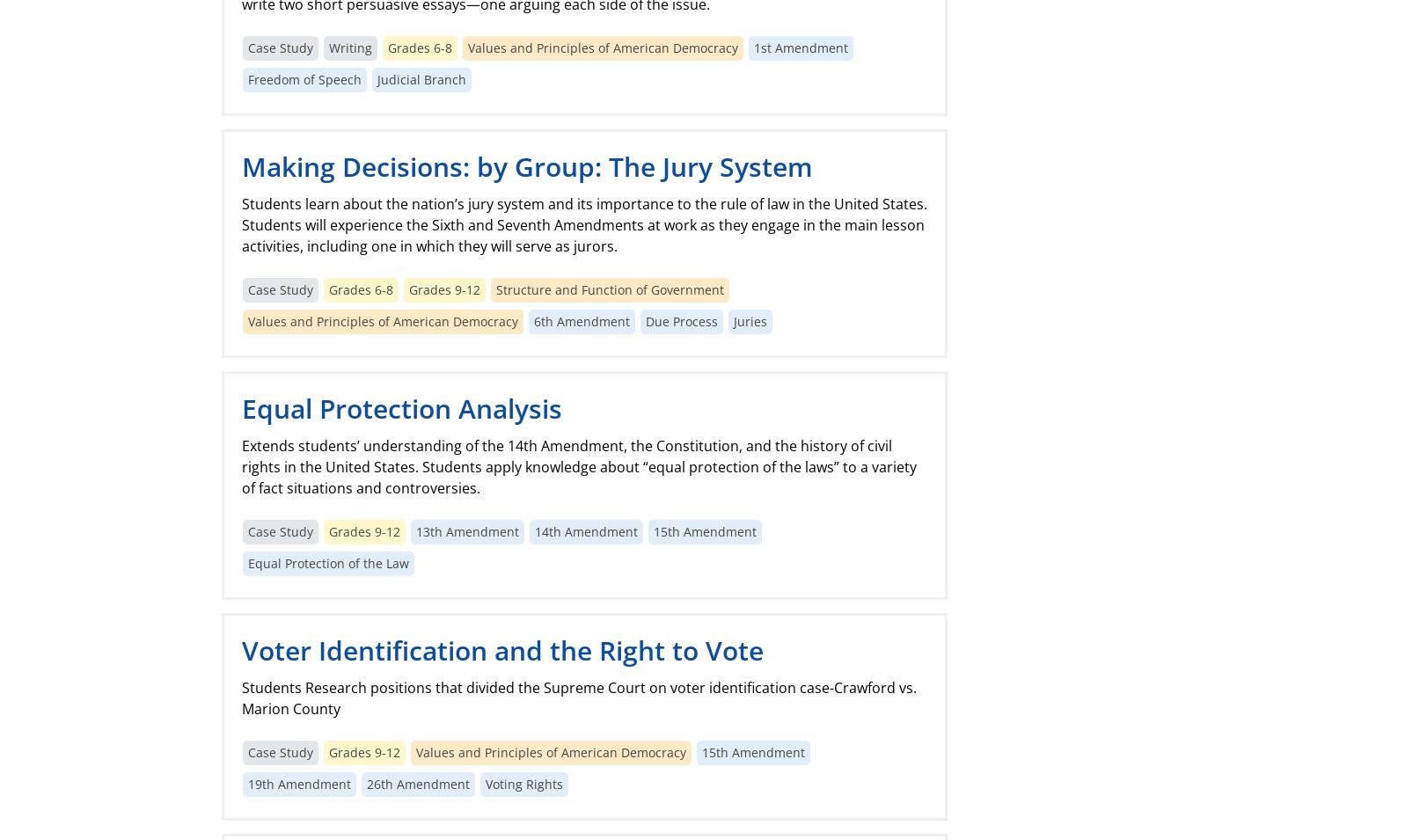 Image resolution: width=1420 pixels, height=840 pixels. I want to click on 'Voter Identification and the Right to Vote', so click(501, 649).